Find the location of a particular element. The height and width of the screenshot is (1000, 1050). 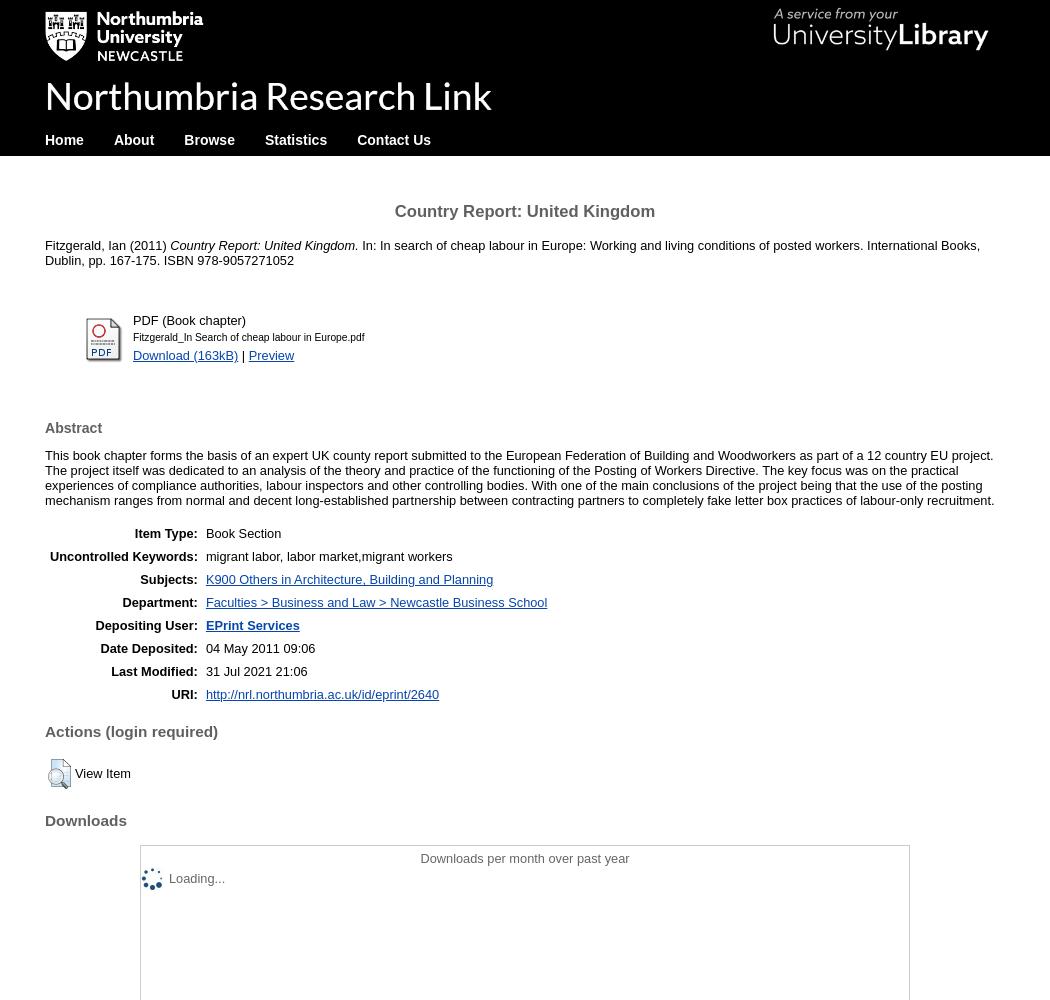

'(2011)' is located at coordinates (147, 244).